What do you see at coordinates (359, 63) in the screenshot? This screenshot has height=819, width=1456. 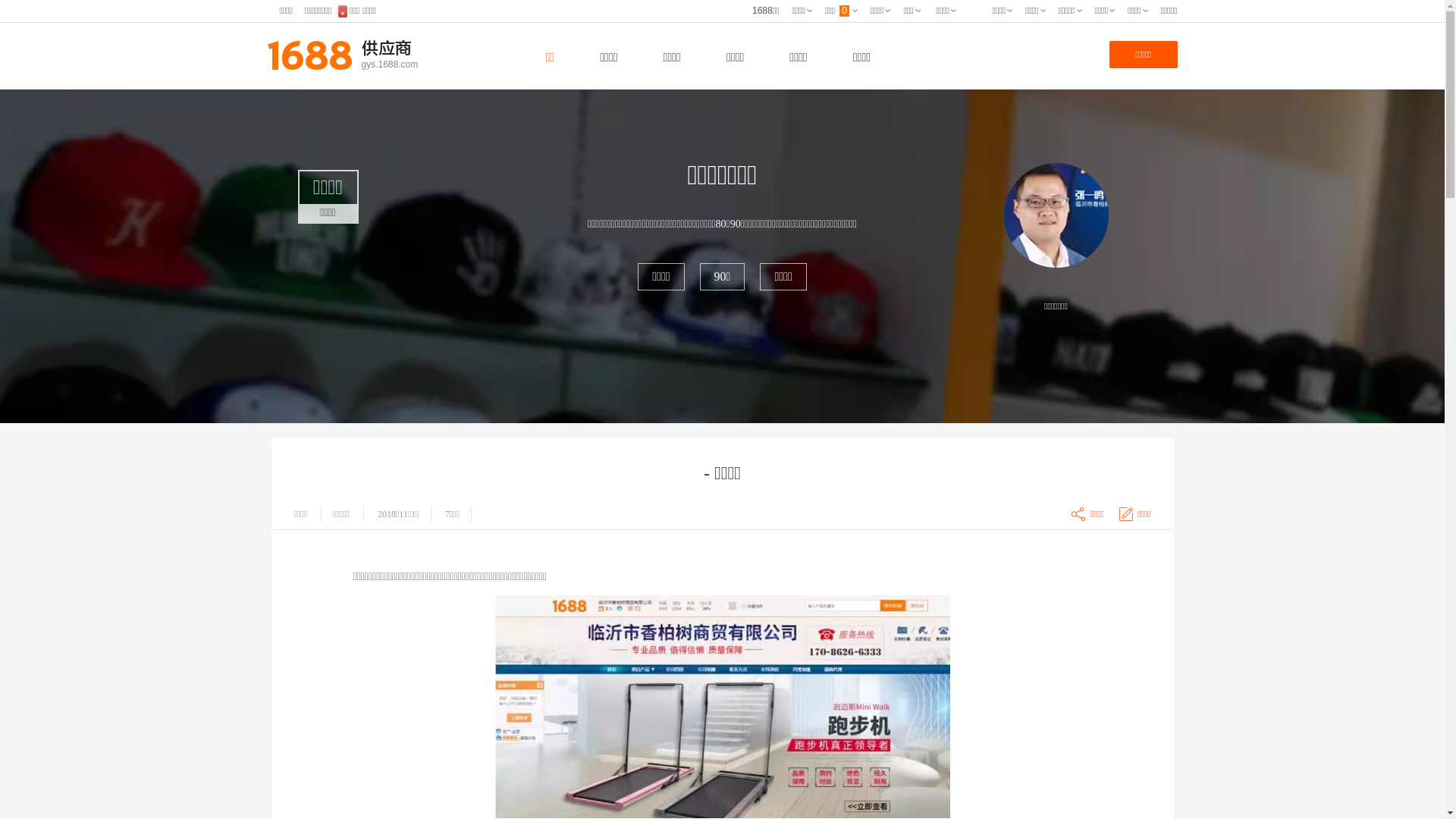 I see `'gys.1688.com'` at bounding box center [359, 63].